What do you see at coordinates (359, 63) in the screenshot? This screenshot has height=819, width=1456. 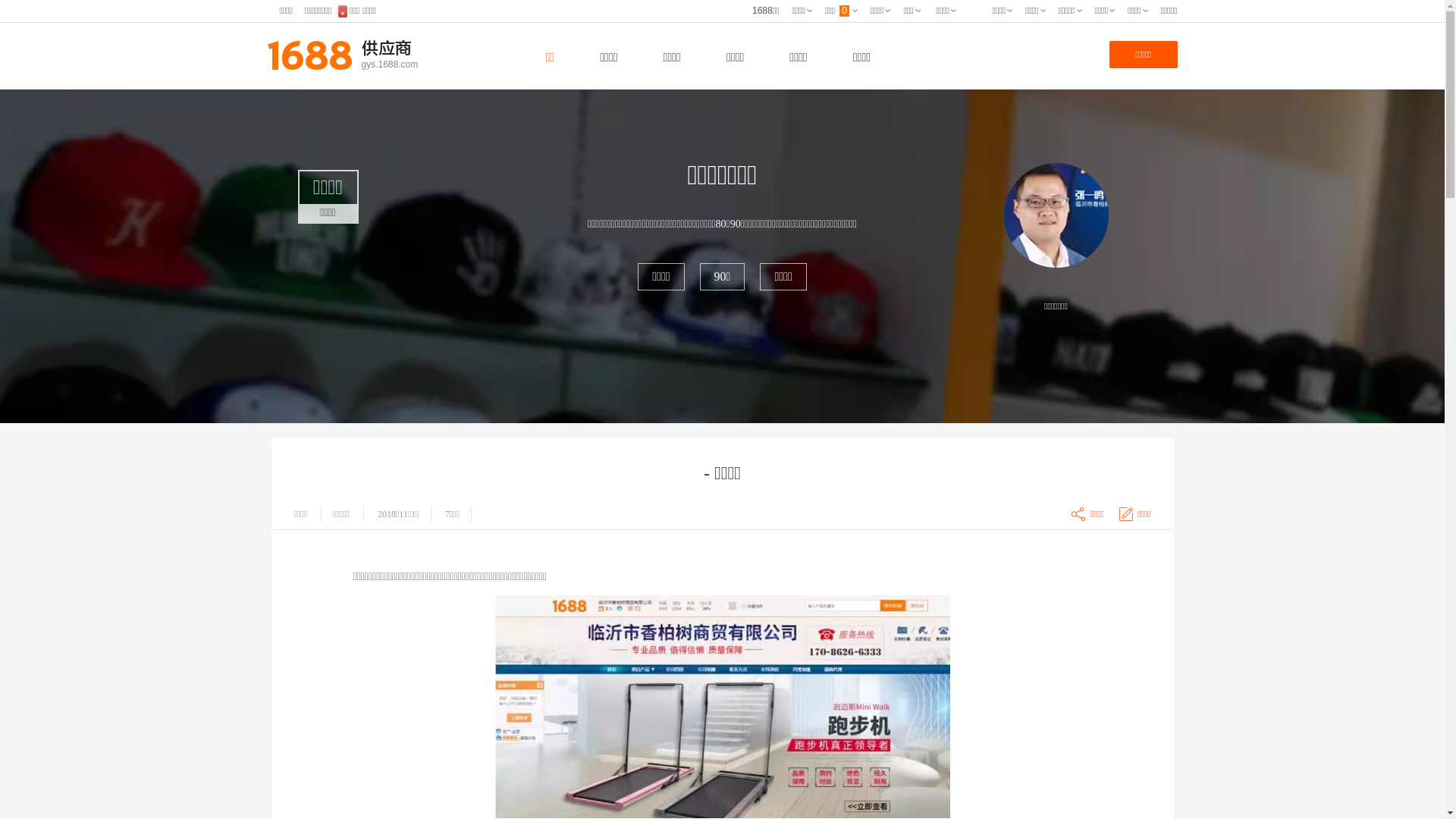 I see `'gys.1688.com'` at bounding box center [359, 63].